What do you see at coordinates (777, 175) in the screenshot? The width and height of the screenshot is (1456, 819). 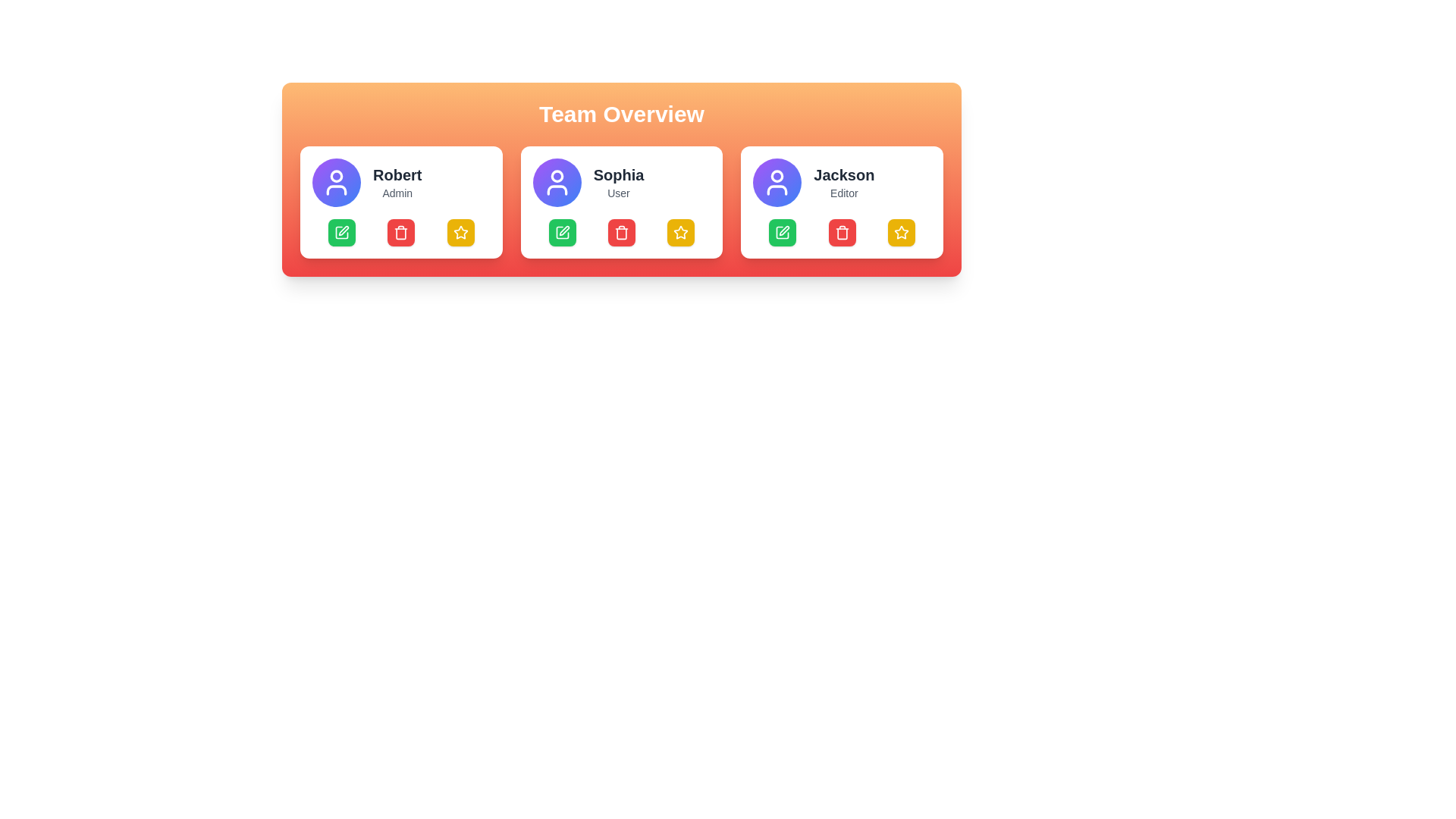 I see `the SVG circle graphical element that is part of the user profile icon for 'Jackson' in the rightmost card of the interface` at bounding box center [777, 175].